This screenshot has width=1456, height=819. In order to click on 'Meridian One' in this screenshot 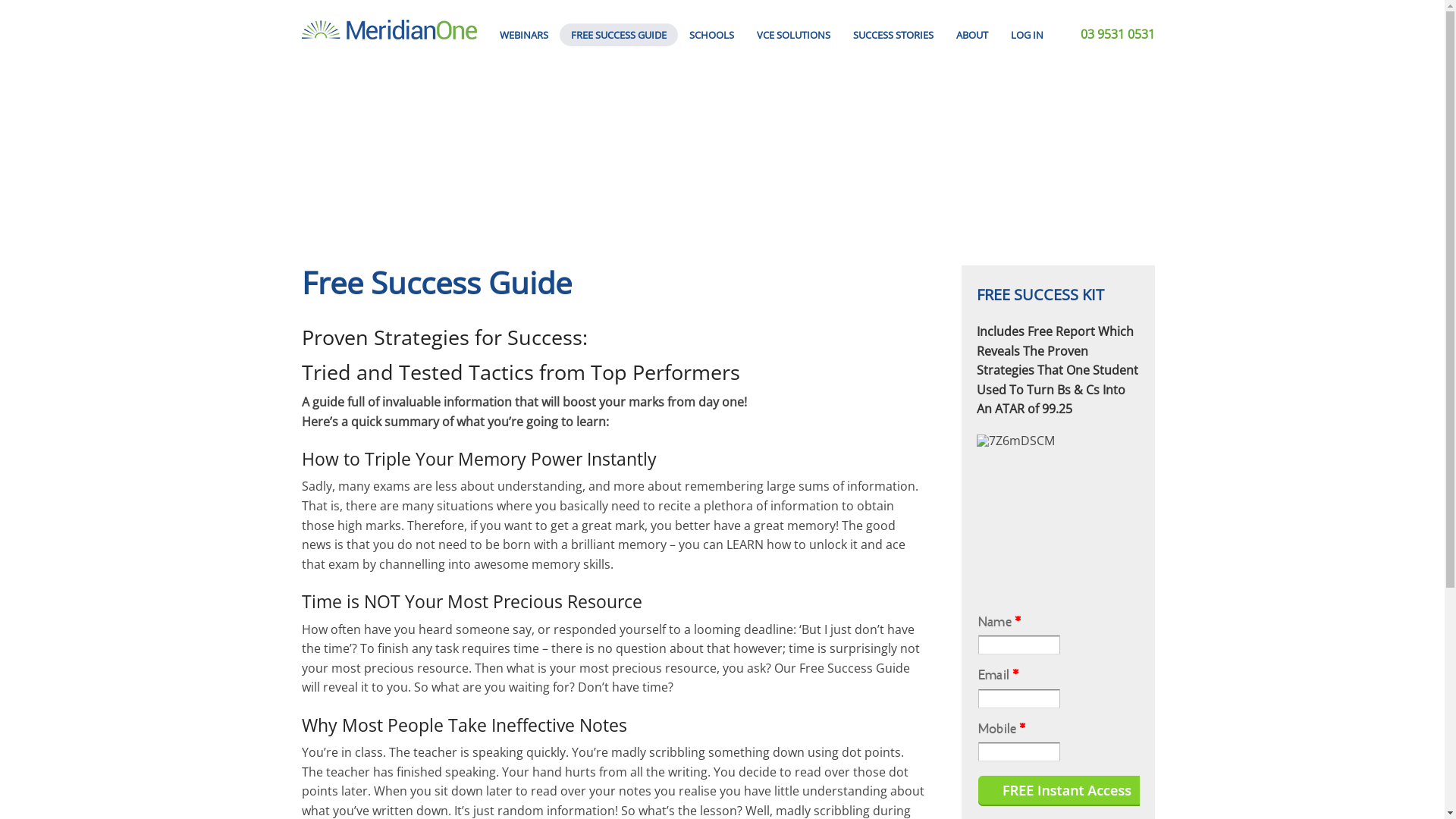, I will do `click(388, 28)`.